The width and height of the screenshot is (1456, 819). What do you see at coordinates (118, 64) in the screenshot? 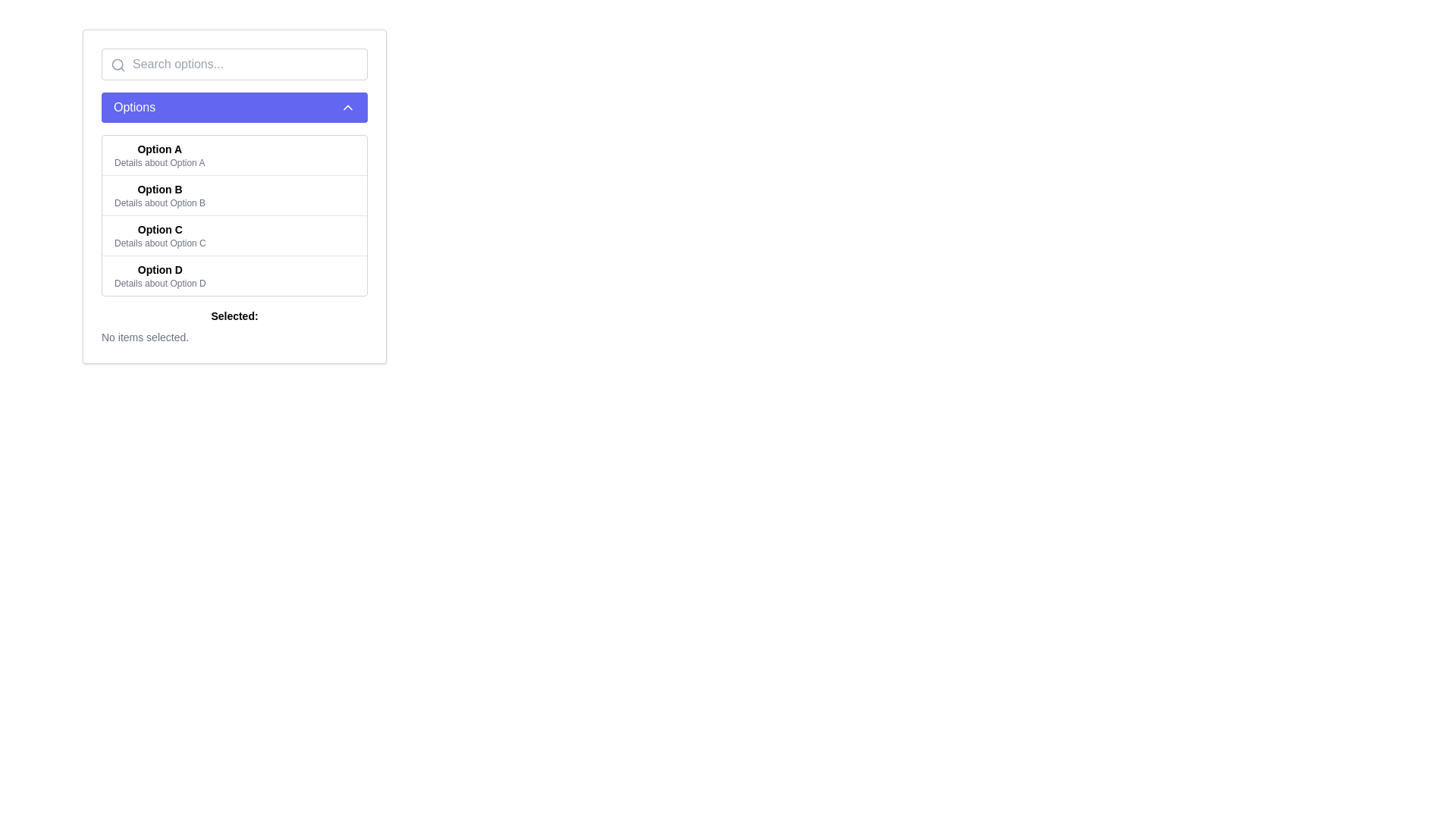
I see `the search icon located in the top-left corner of the 'Search options...' input field to indicate the ability to perform a search action` at bounding box center [118, 64].